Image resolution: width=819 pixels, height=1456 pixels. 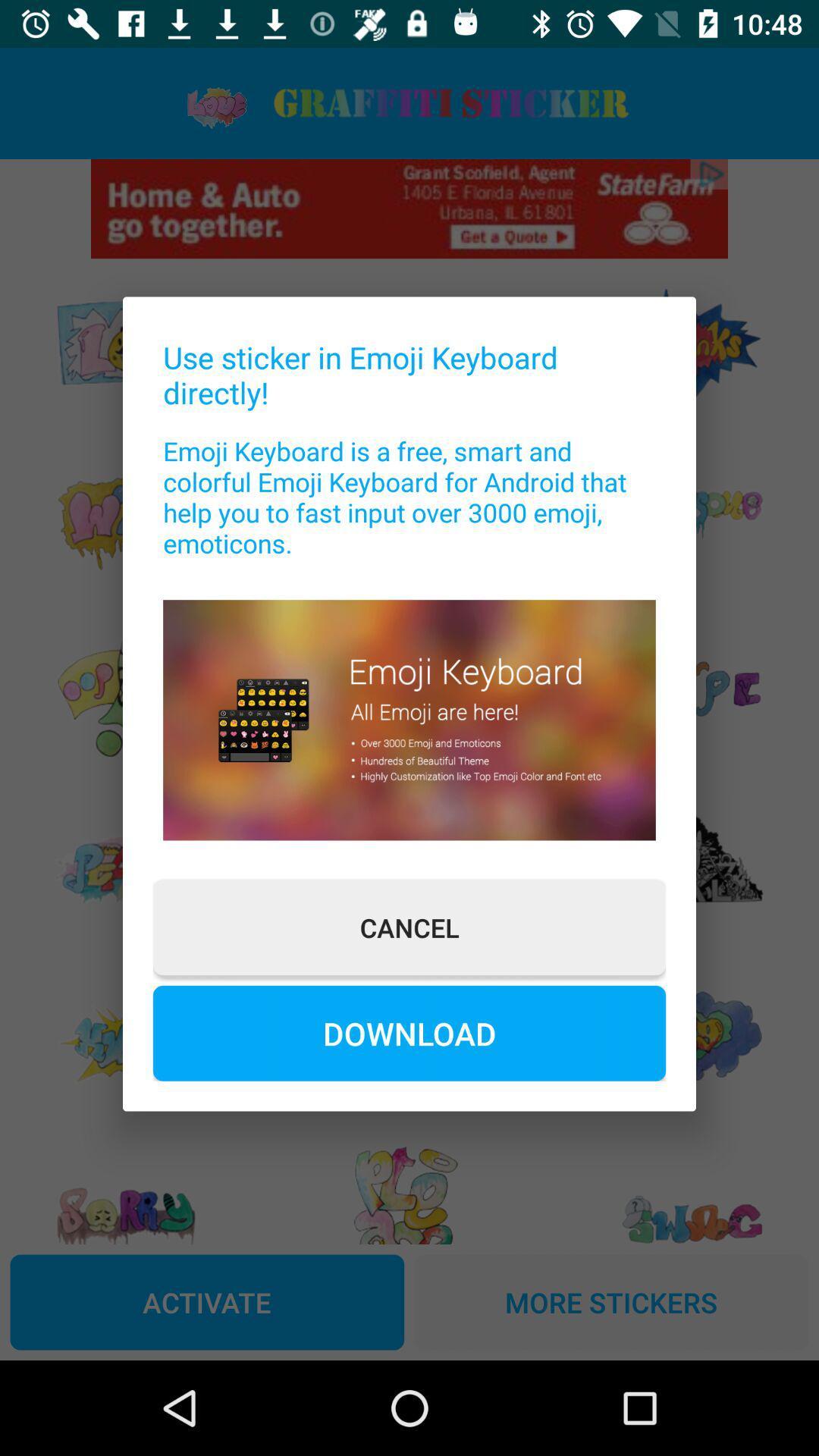 I want to click on icon below the cancel icon, so click(x=409, y=1032).